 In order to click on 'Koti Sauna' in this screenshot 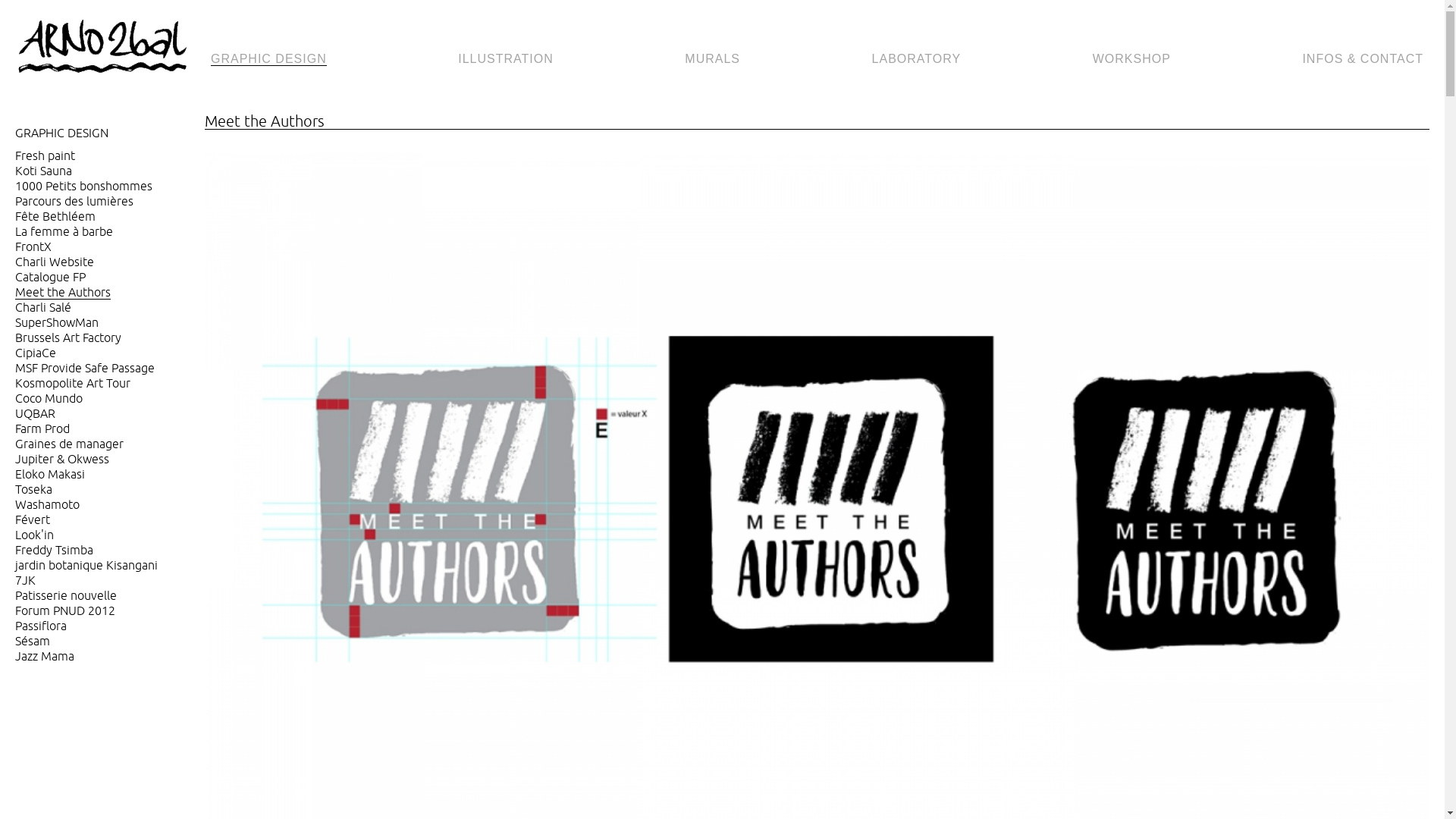, I will do `click(43, 171)`.